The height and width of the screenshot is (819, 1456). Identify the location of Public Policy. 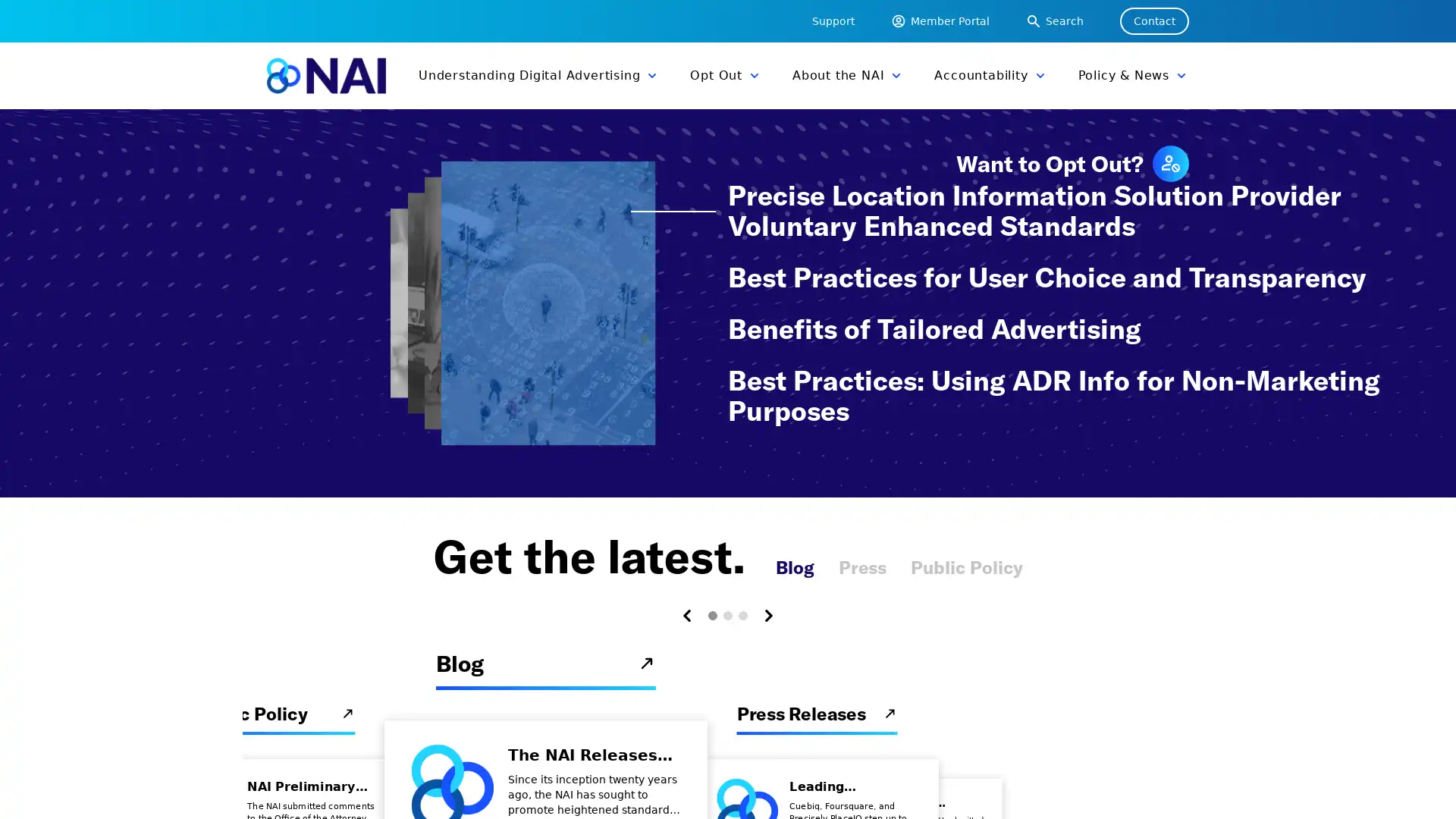
(965, 567).